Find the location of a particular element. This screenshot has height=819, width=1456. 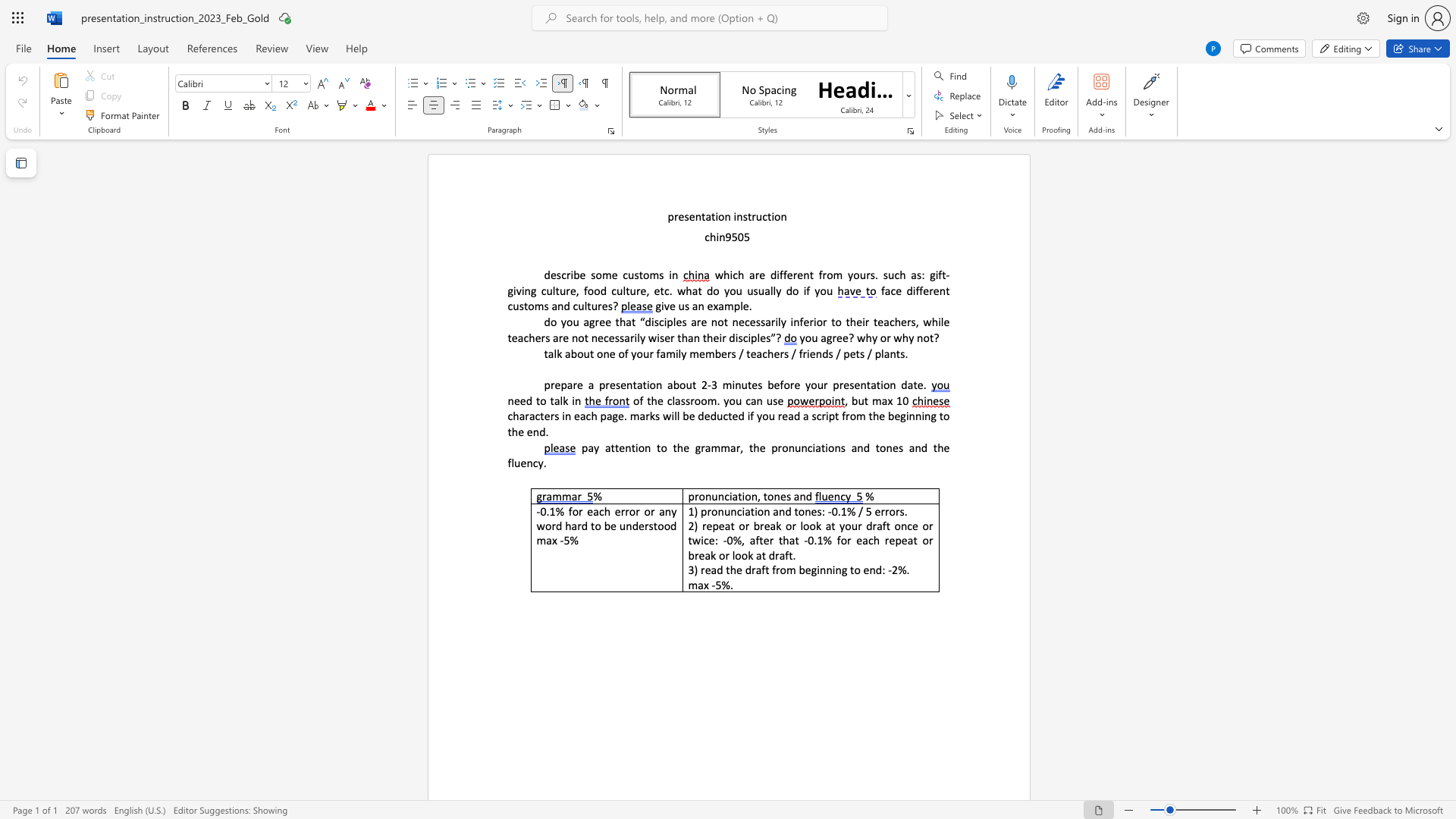

the subset text "room. you ca" within the text "of the classroom. you can use" is located at coordinates (689, 400).